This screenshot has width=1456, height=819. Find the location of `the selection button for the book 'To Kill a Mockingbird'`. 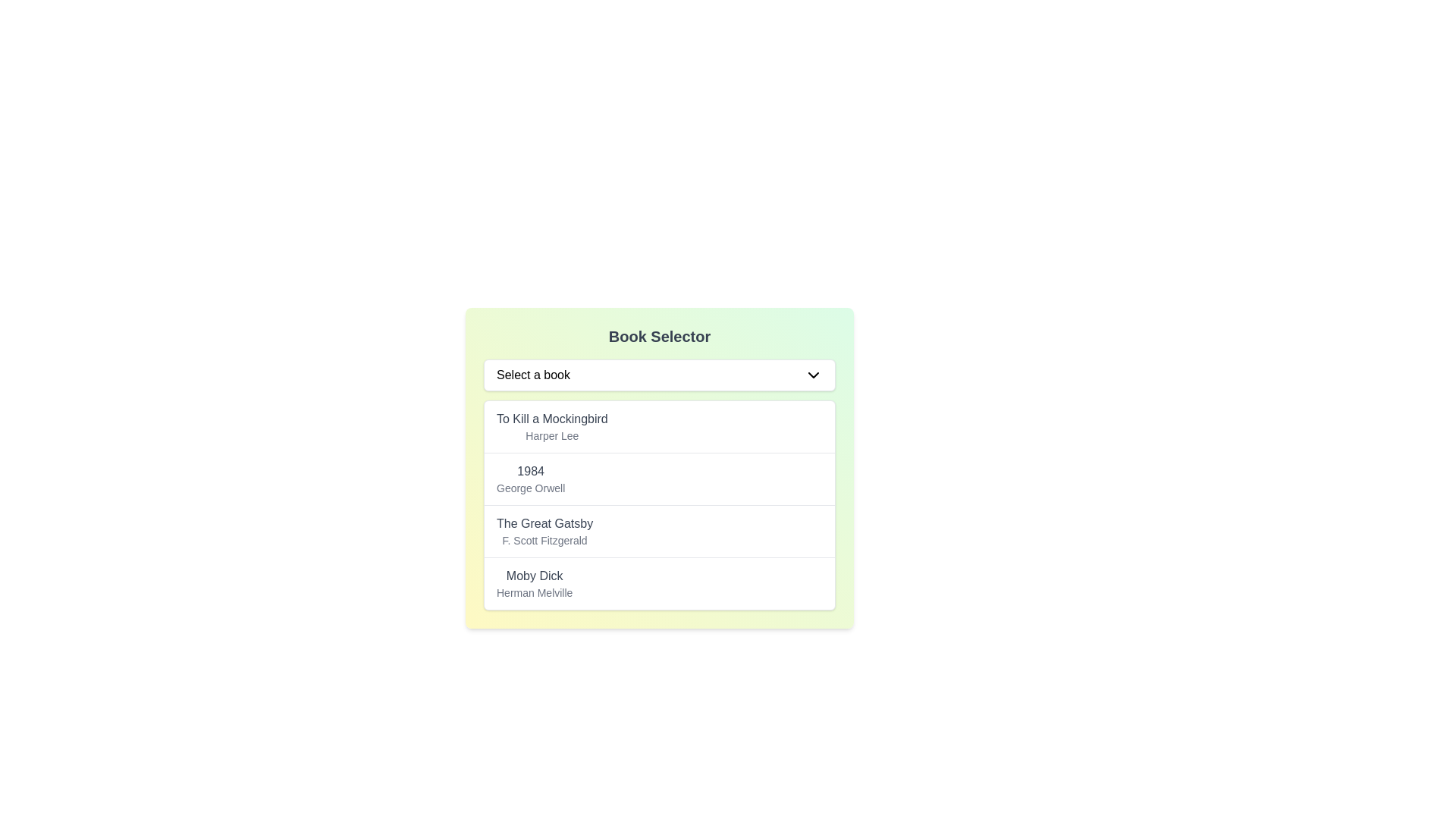

the selection button for the book 'To Kill a Mockingbird' is located at coordinates (659, 427).